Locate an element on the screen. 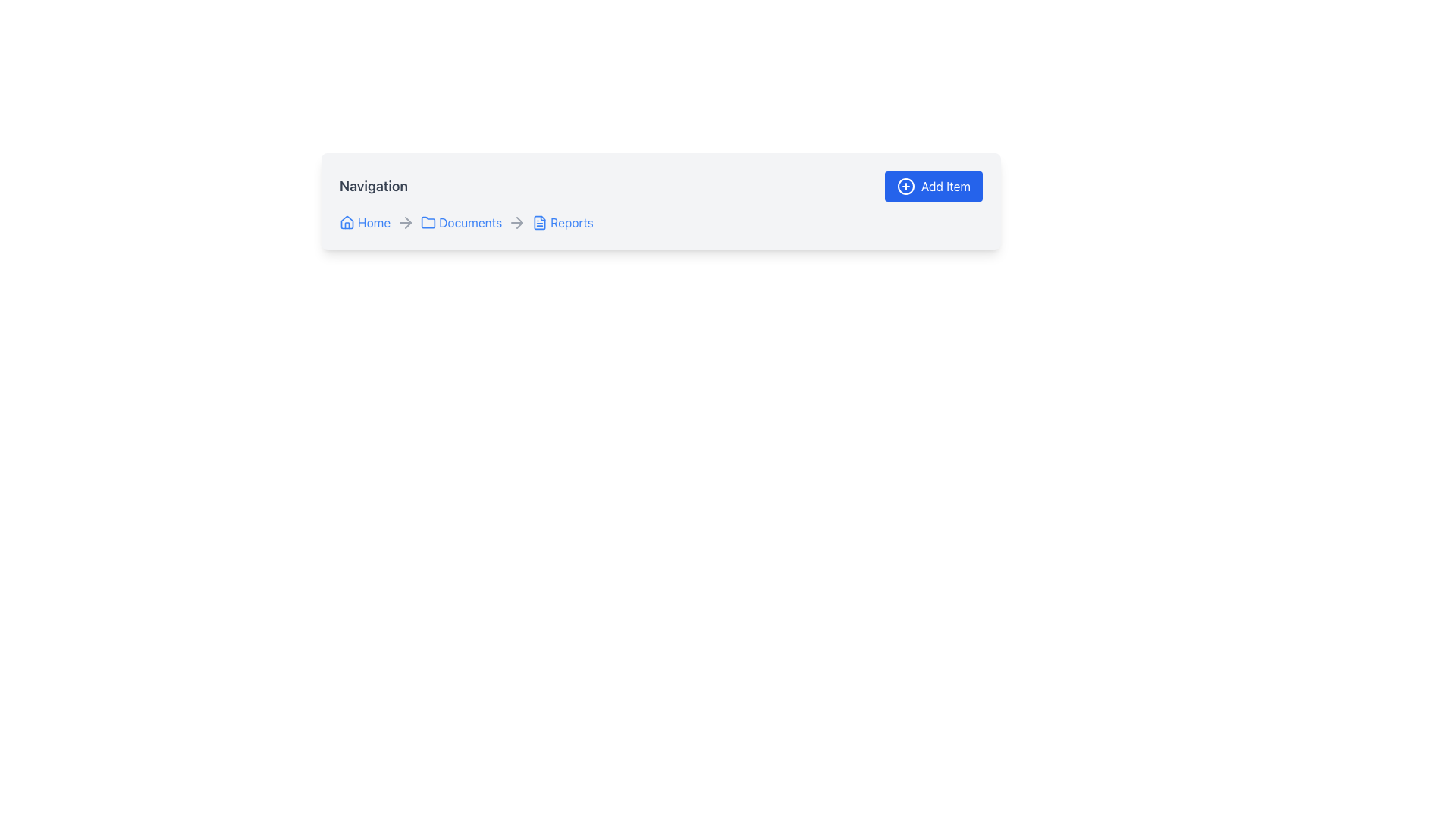 This screenshot has height=819, width=1456. the folder icon located in the breadcrumb navigation bar, positioned between the 'Home' icon and the 'Documents' label is located at coordinates (428, 222).